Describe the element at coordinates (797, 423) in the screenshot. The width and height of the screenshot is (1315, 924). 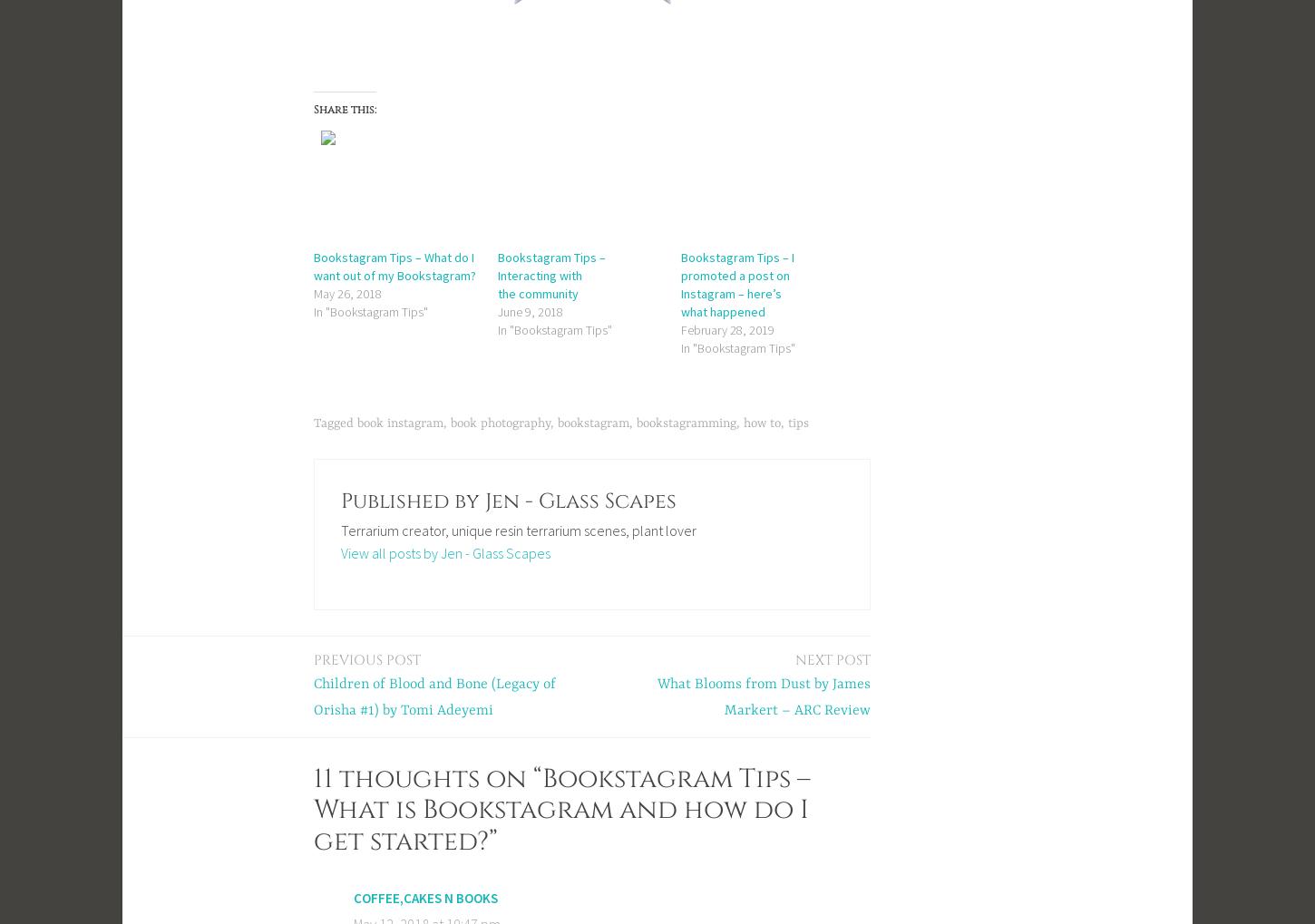
I see `'tips'` at that location.